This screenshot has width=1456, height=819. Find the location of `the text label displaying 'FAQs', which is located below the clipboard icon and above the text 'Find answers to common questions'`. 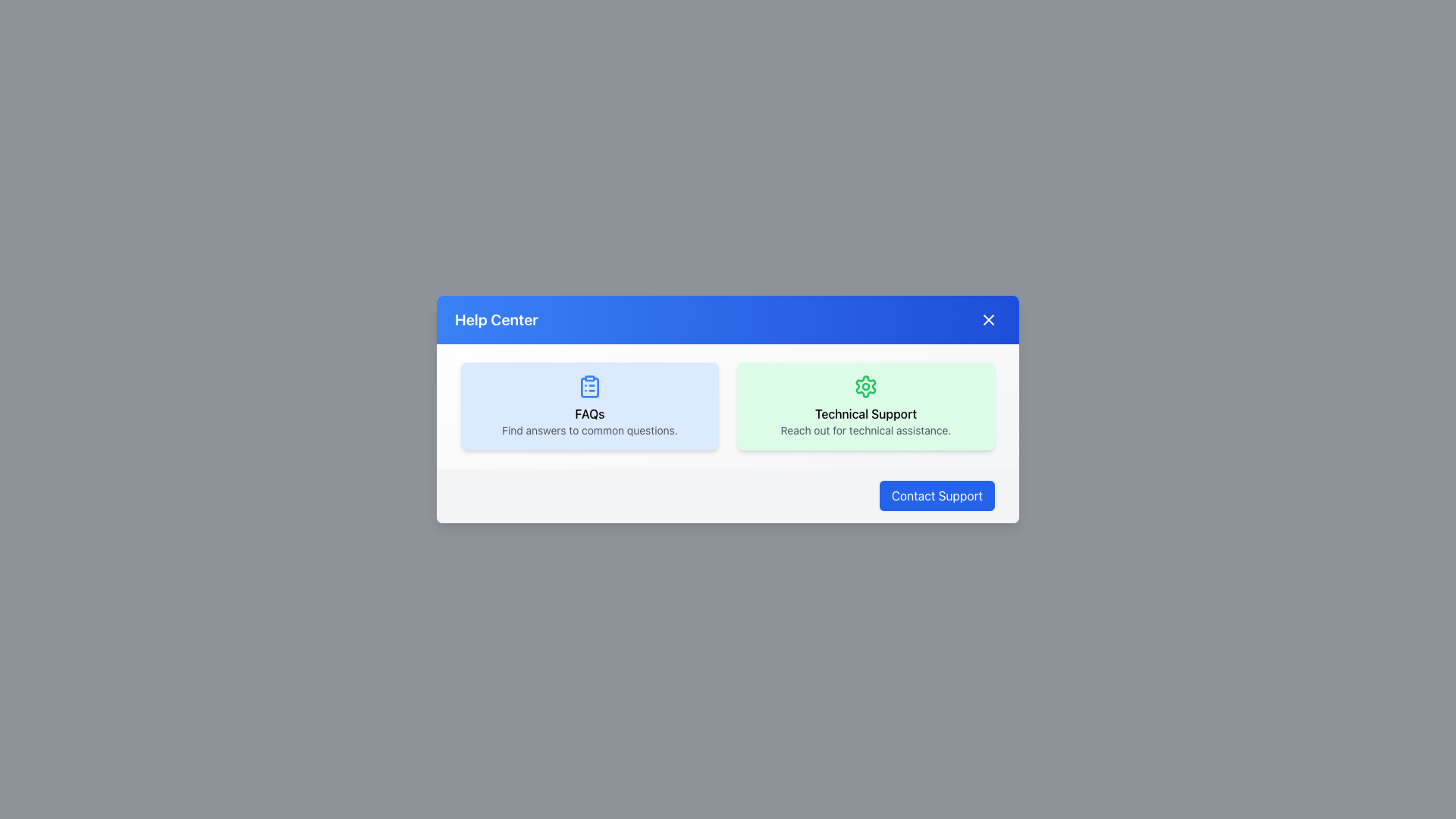

the text label displaying 'FAQs', which is located below the clipboard icon and above the text 'Find answers to common questions' is located at coordinates (588, 414).